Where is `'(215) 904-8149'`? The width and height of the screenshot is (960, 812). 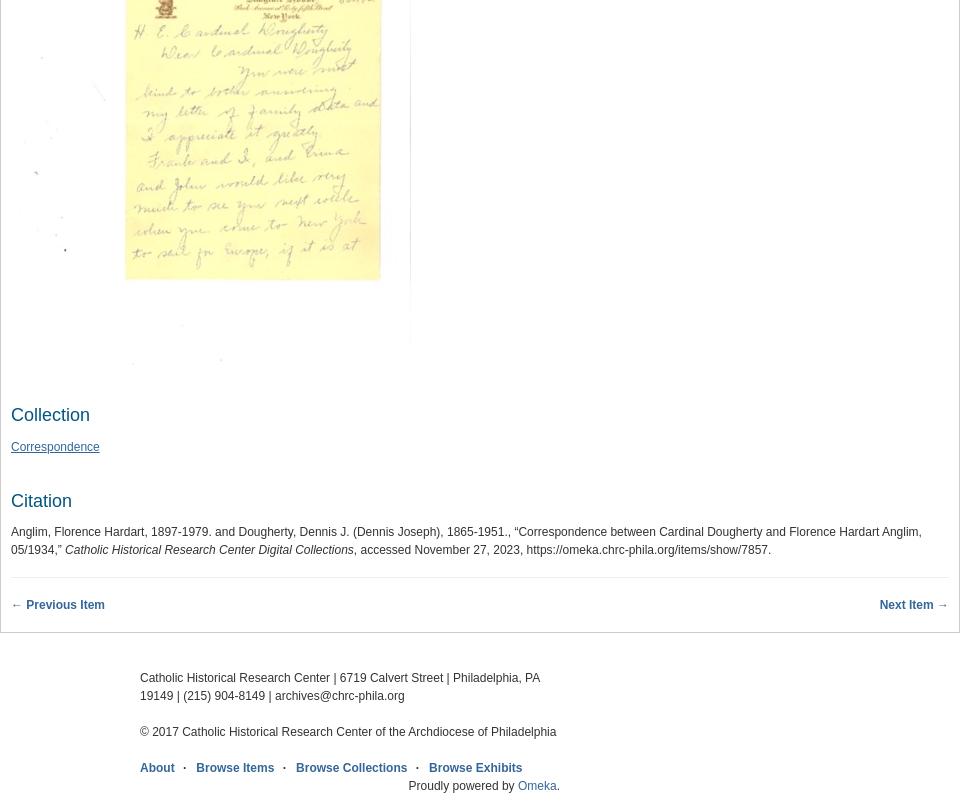 '(215) 904-8149' is located at coordinates (182, 695).